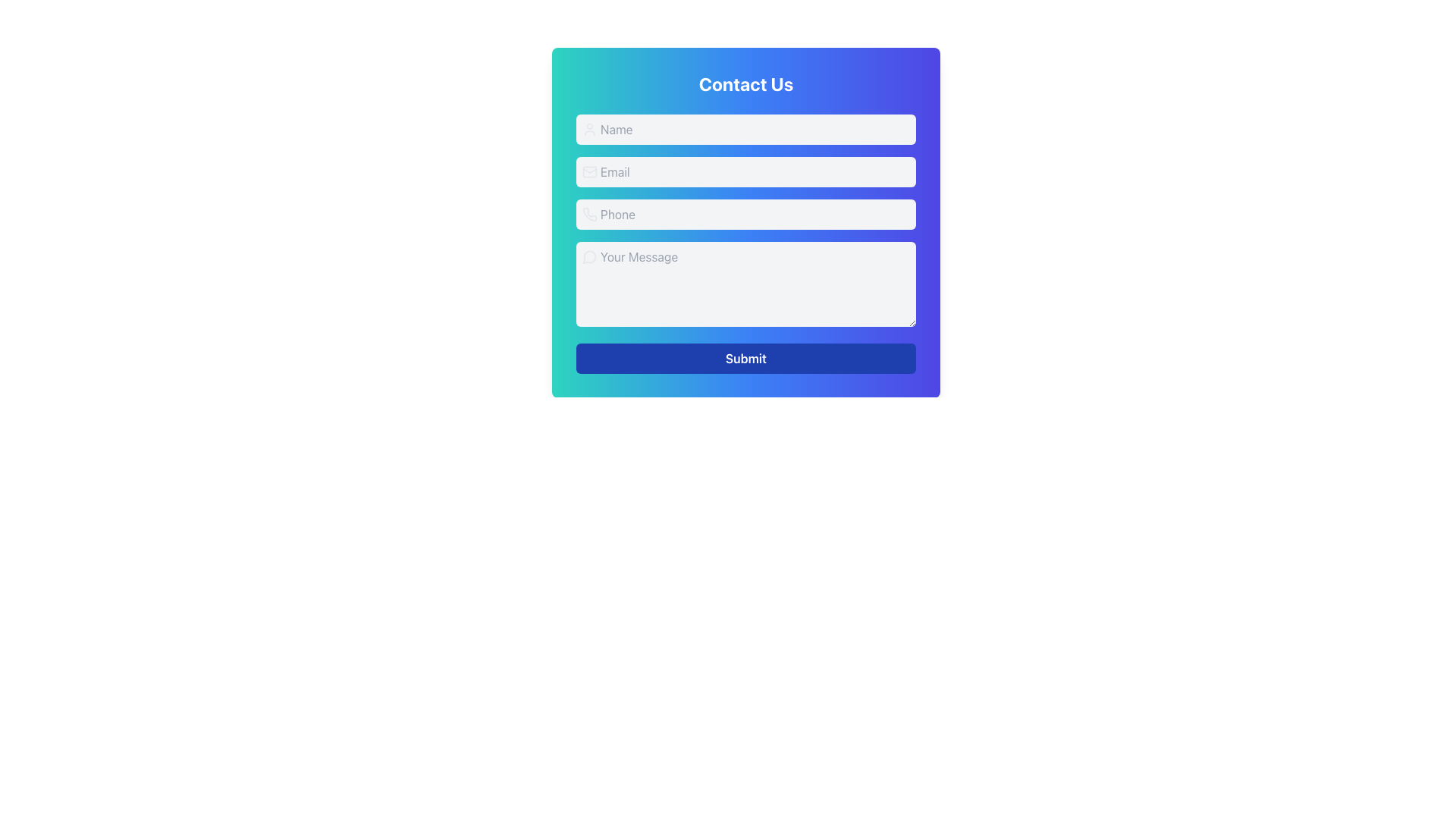  Describe the element at coordinates (745, 359) in the screenshot. I see `the 'Submit' button which has rounded corners, a deep blue color, and white bold text` at that location.